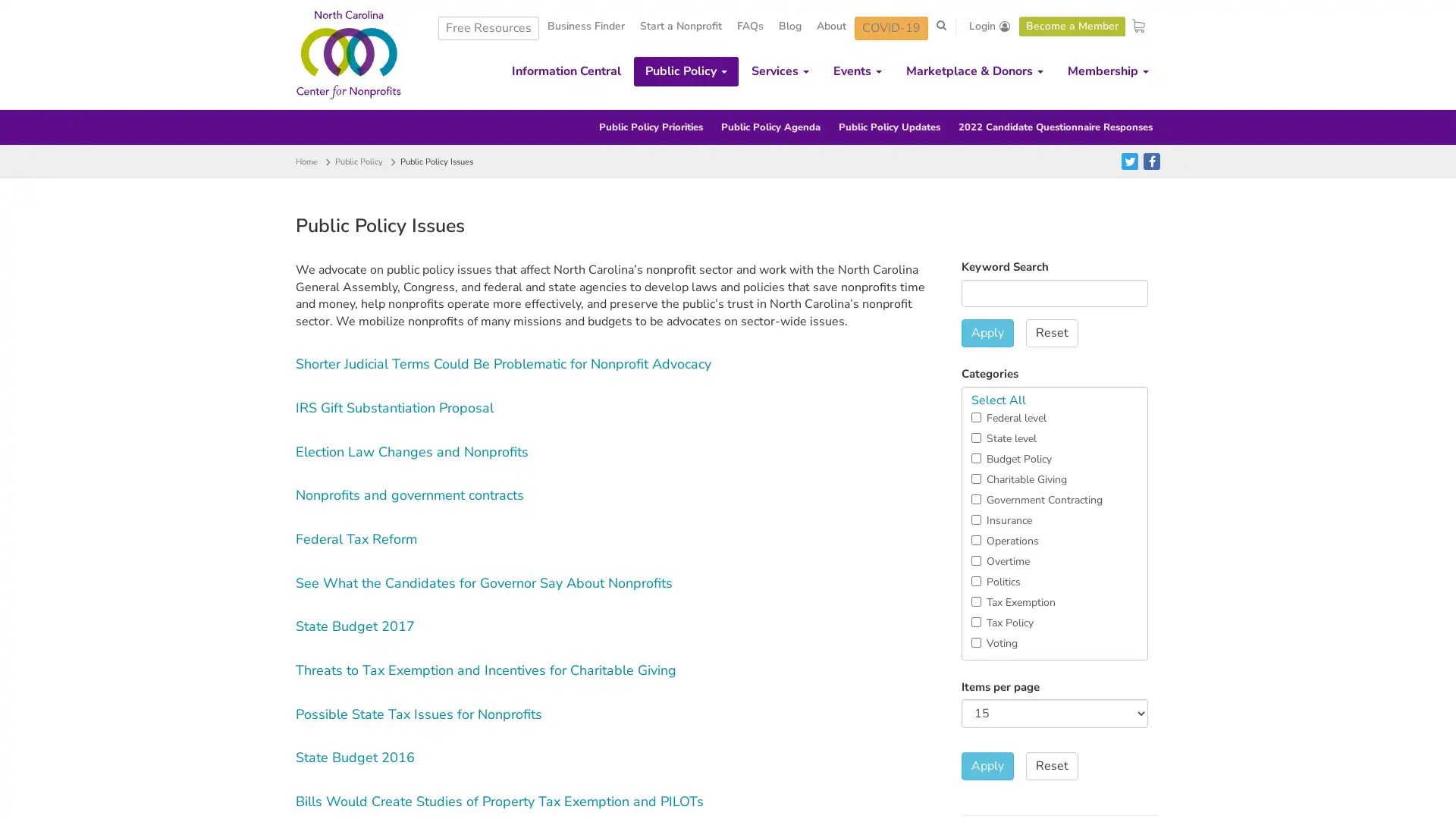 The height and width of the screenshot is (819, 1456). What do you see at coordinates (1050, 766) in the screenshot?
I see `Reset` at bounding box center [1050, 766].